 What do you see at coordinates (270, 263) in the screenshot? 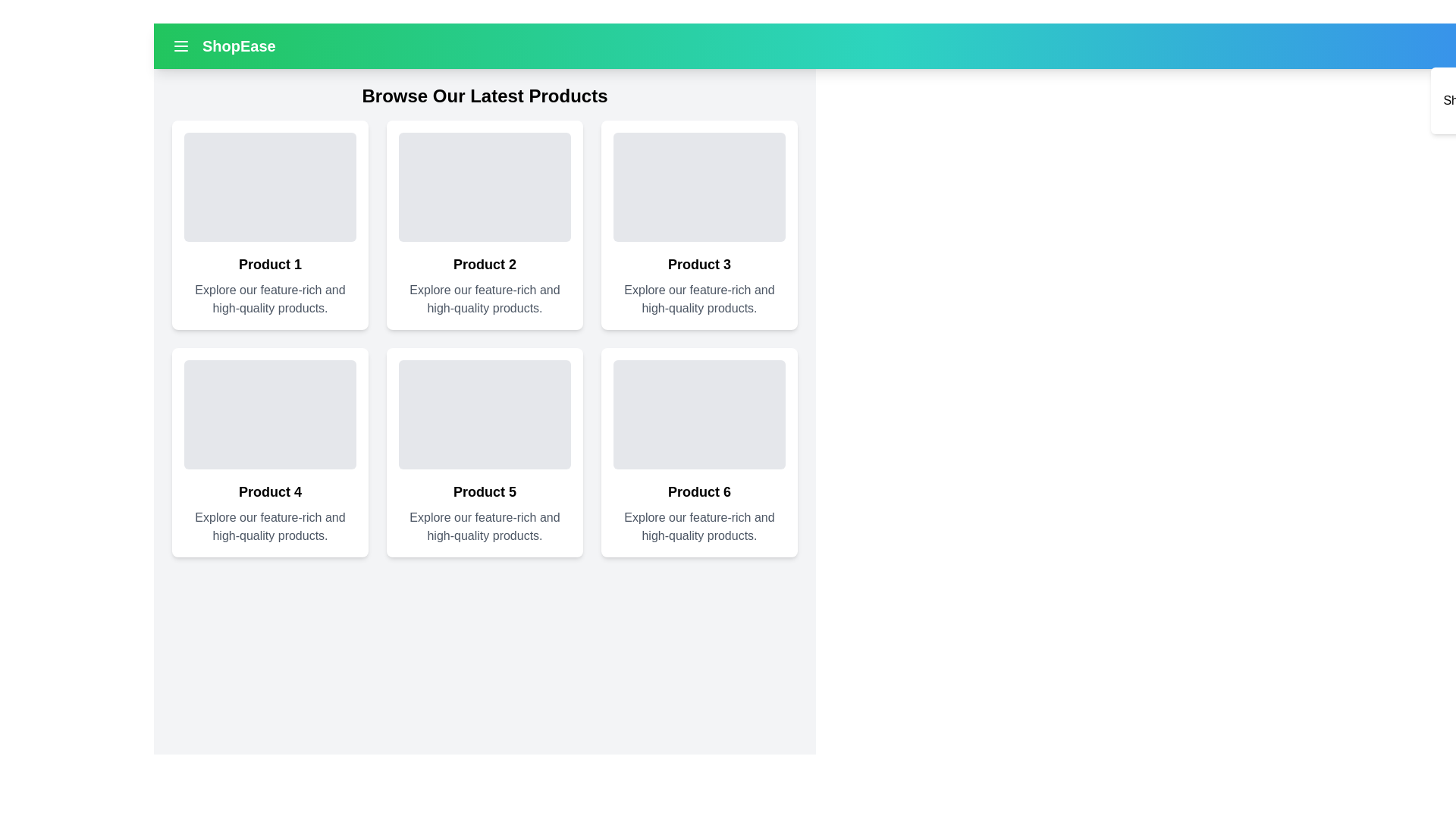
I see `the text label that serves as the title for the product card indicating 'Product 1', located in the first row and first column of the grid layout` at bounding box center [270, 263].